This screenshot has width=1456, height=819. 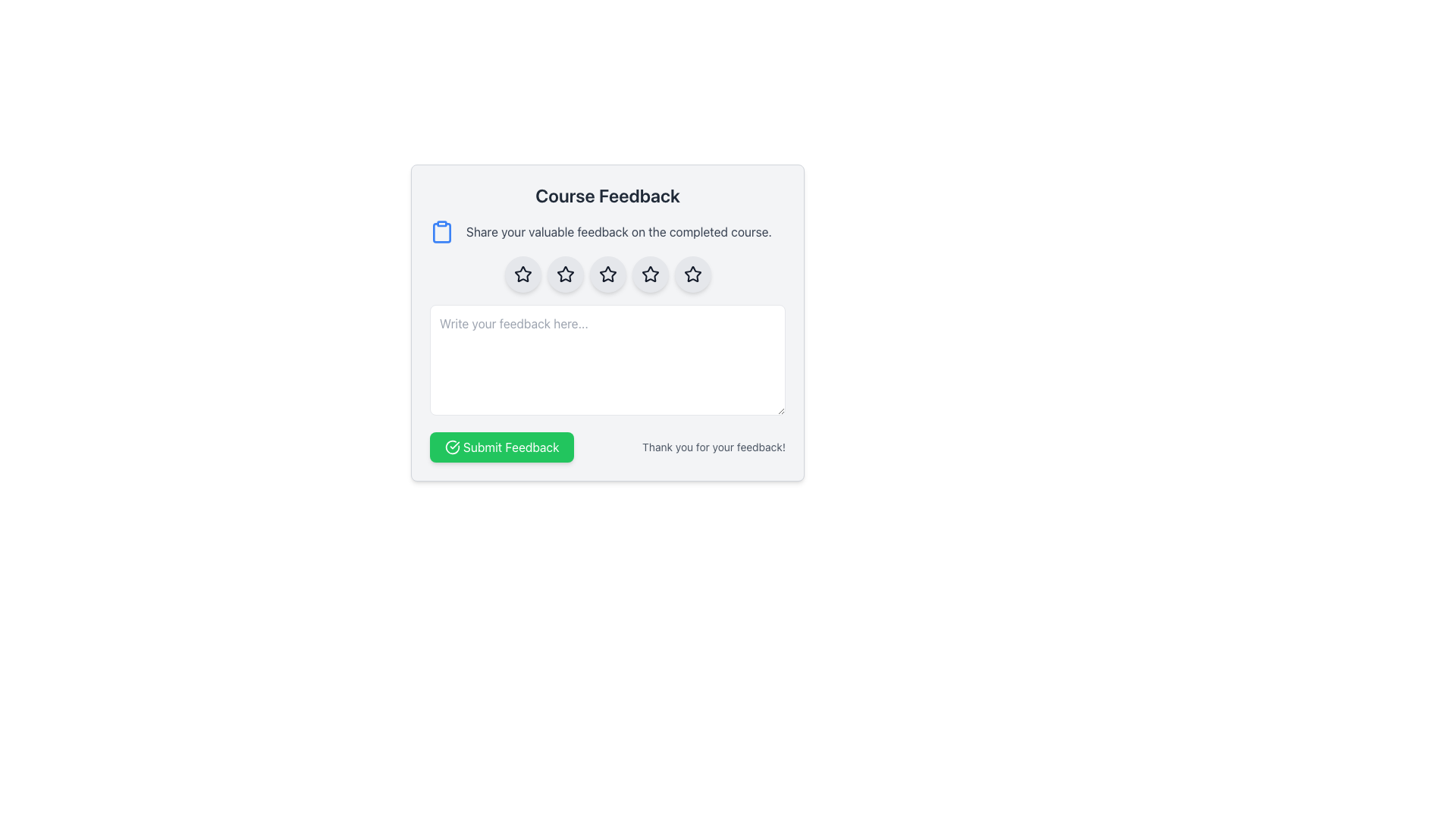 What do you see at coordinates (650, 275) in the screenshot?
I see `the highlighted star icon` at bounding box center [650, 275].